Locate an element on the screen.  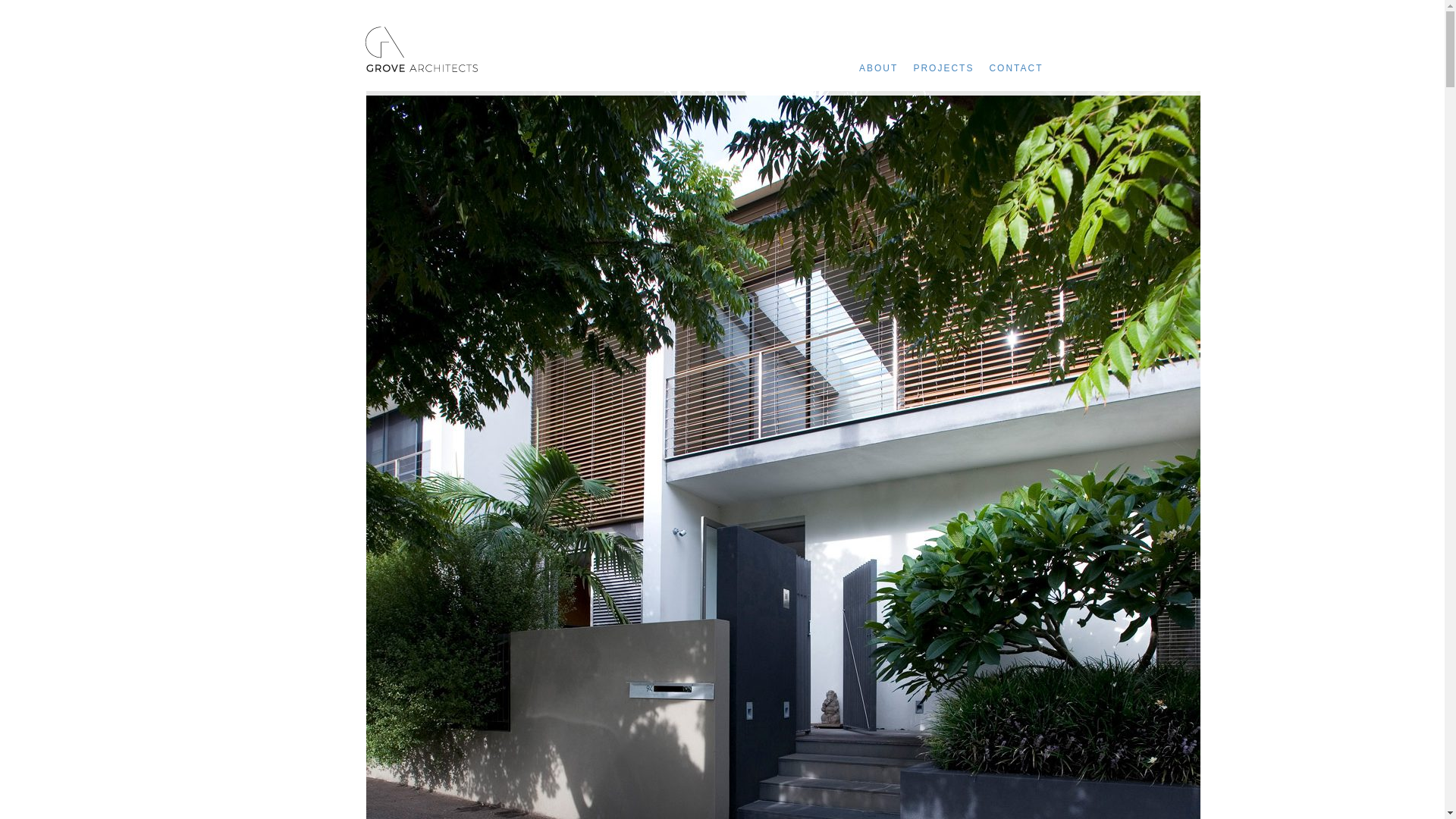
'Menu' is located at coordinates (1065, 64).